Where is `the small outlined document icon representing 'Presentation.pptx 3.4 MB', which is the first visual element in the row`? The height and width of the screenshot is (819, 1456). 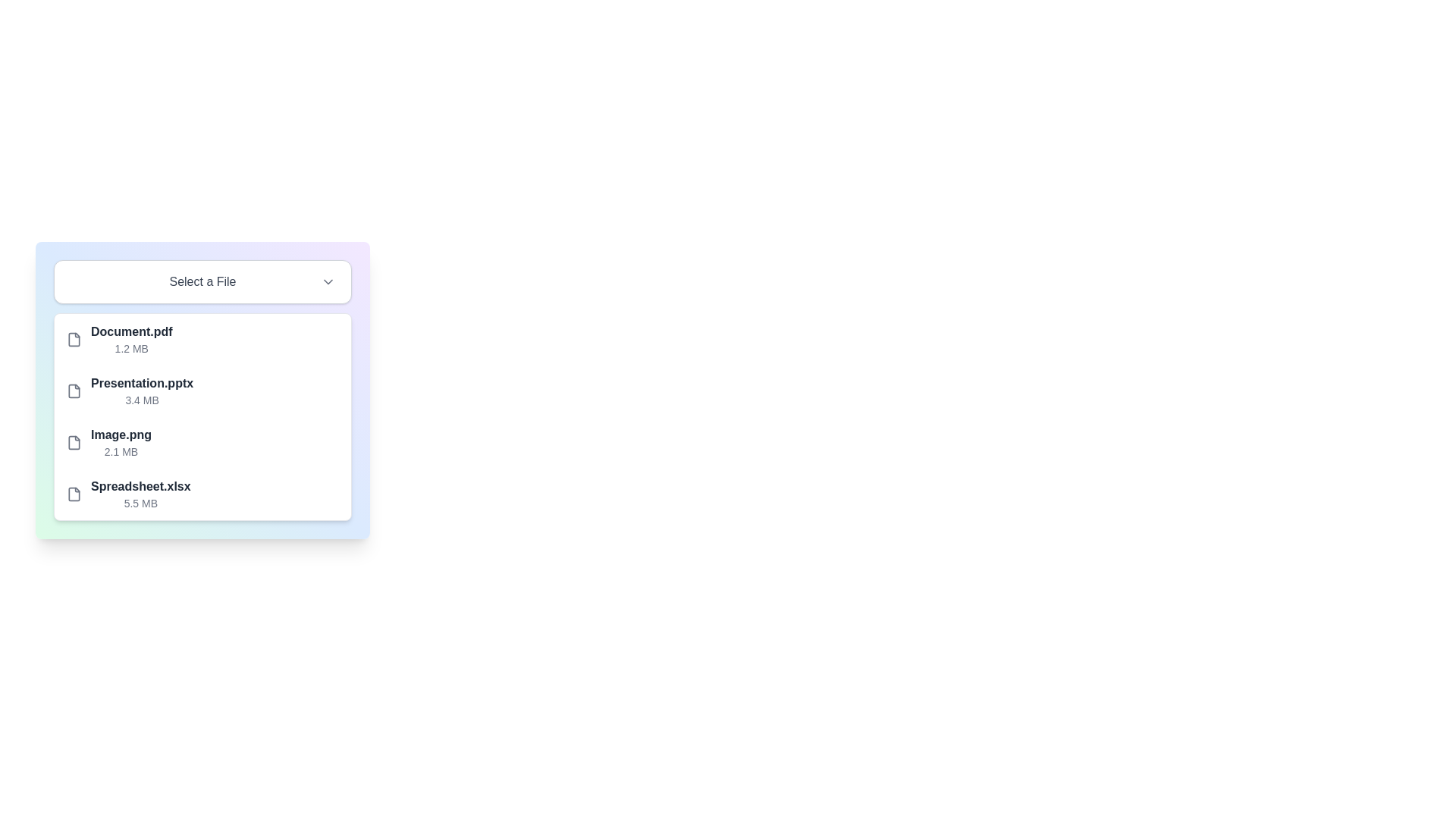 the small outlined document icon representing 'Presentation.pptx 3.4 MB', which is the first visual element in the row is located at coordinates (73, 391).